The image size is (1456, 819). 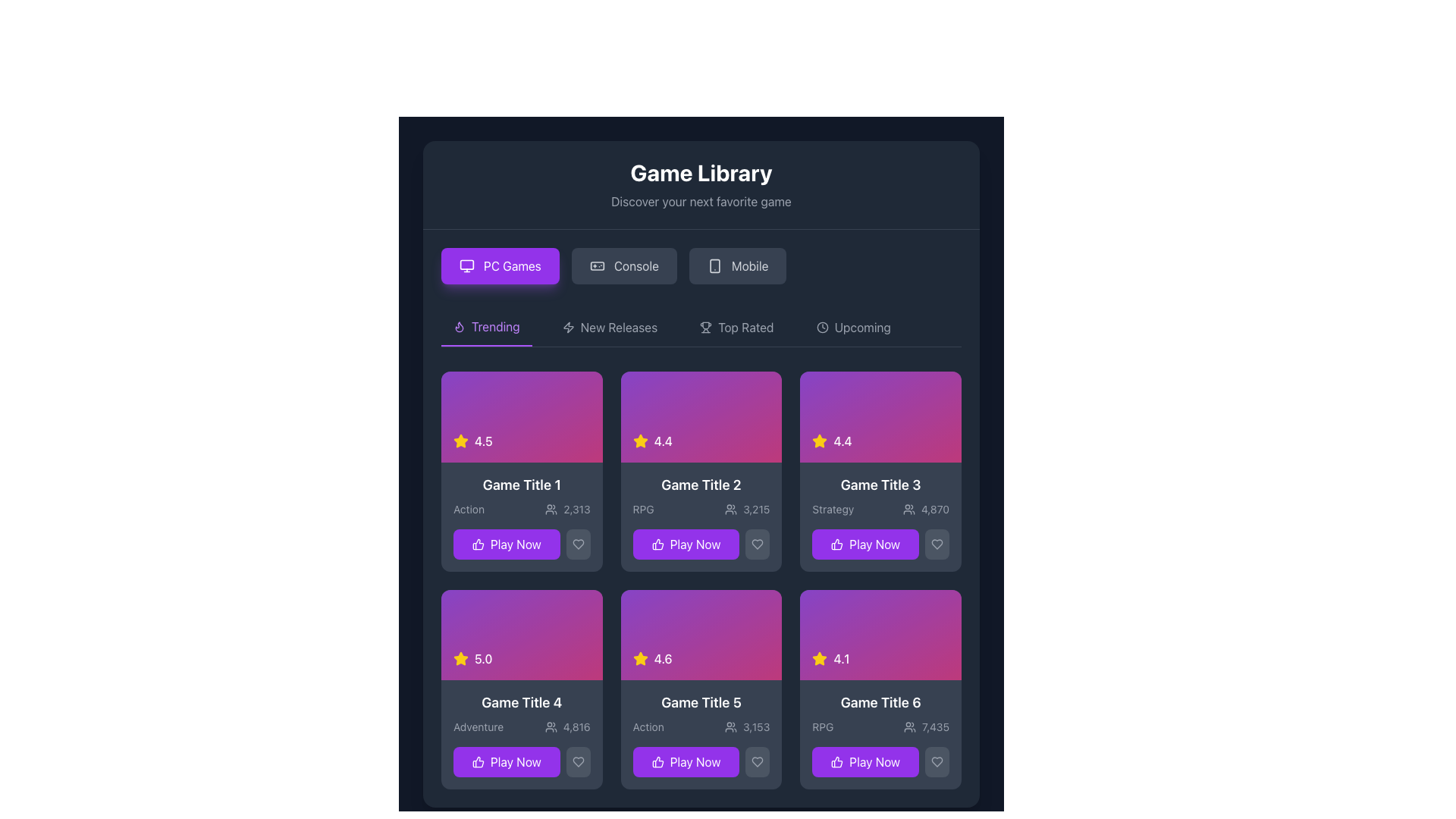 I want to click on the yellow star icon representing the rating in the second card of the first row in the game grid, so click(x=640, y=441).